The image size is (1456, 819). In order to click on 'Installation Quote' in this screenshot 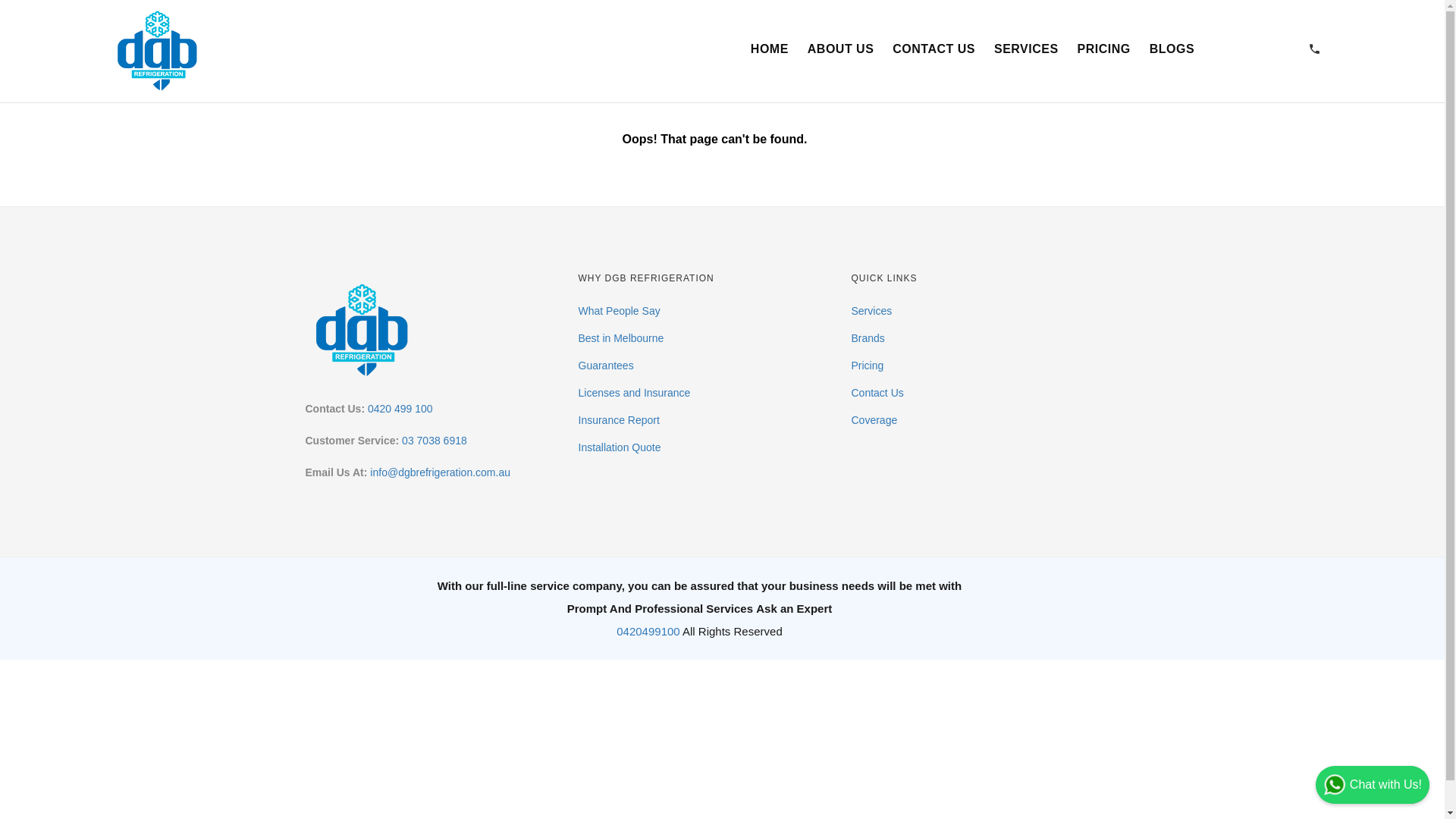, I will do `click(619, 447)`.